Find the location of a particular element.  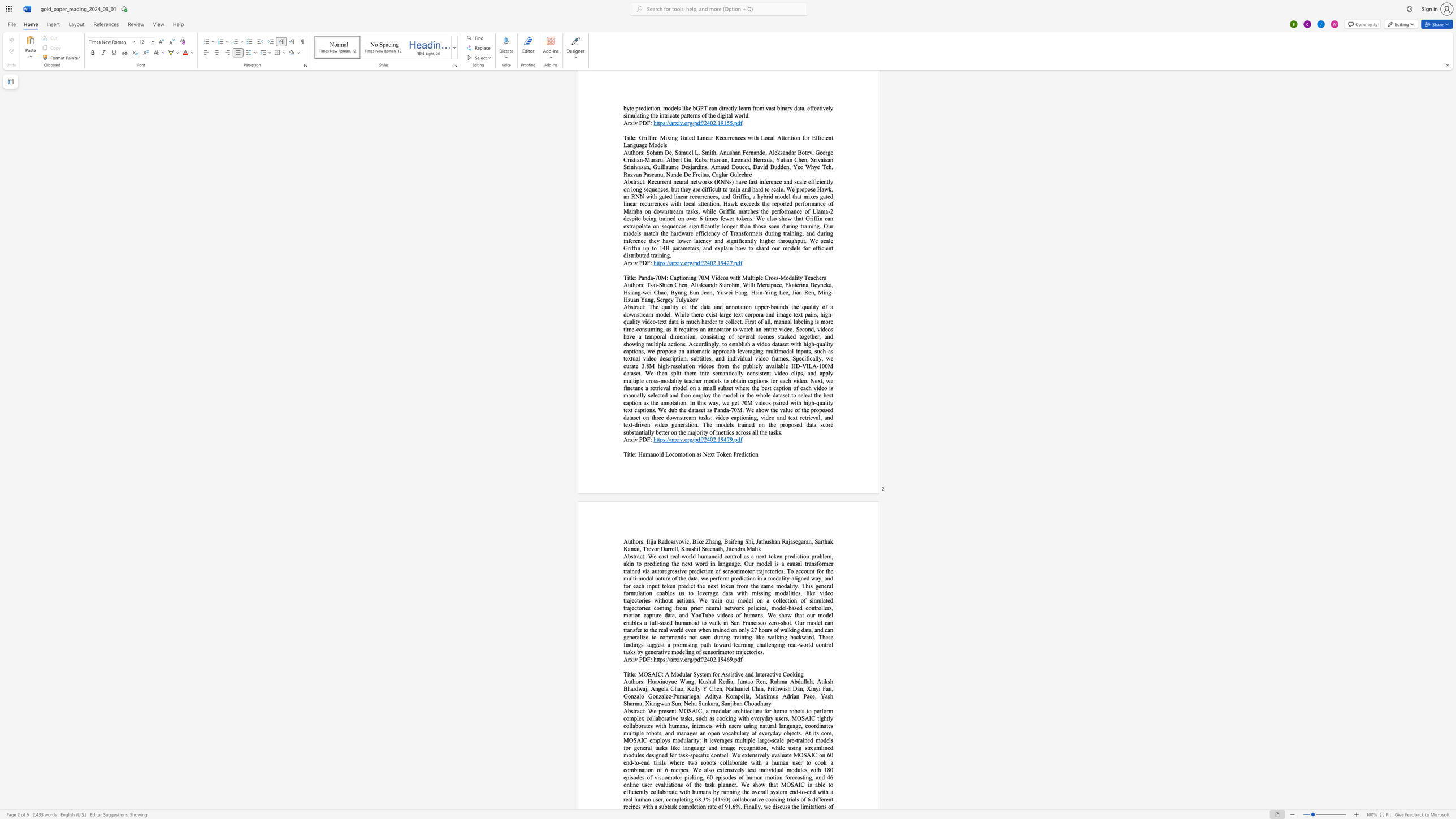

the 3th character "i" in the text is located at coordinates (745, 454).